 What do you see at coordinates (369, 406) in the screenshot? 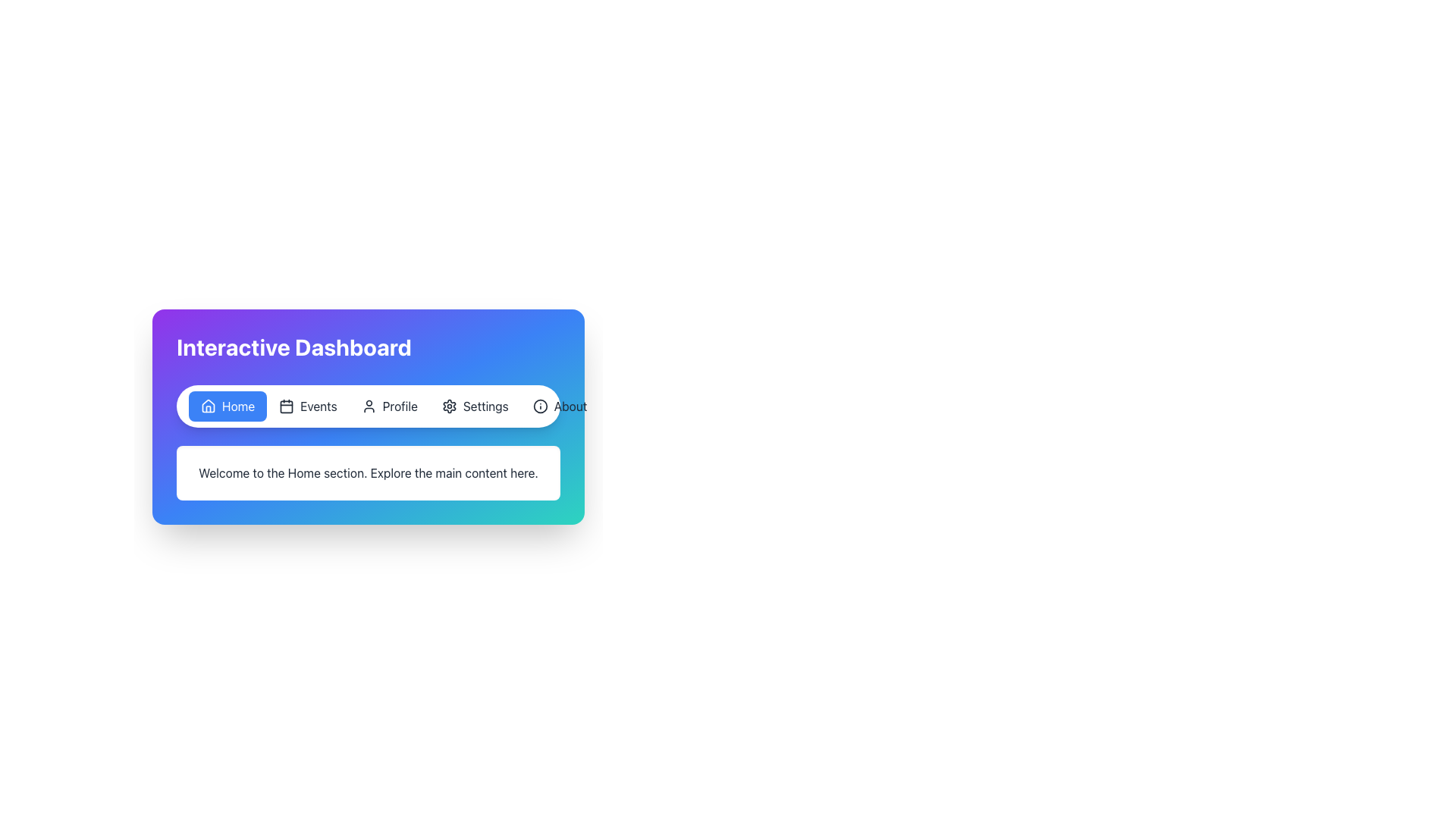
I see `the user profile icon, which is represented as a silhouette of a person outlined with a thin black stroke, located to the left of the text 'Profile' in the horizontal navigation bar` at bounding box center [369, 406].